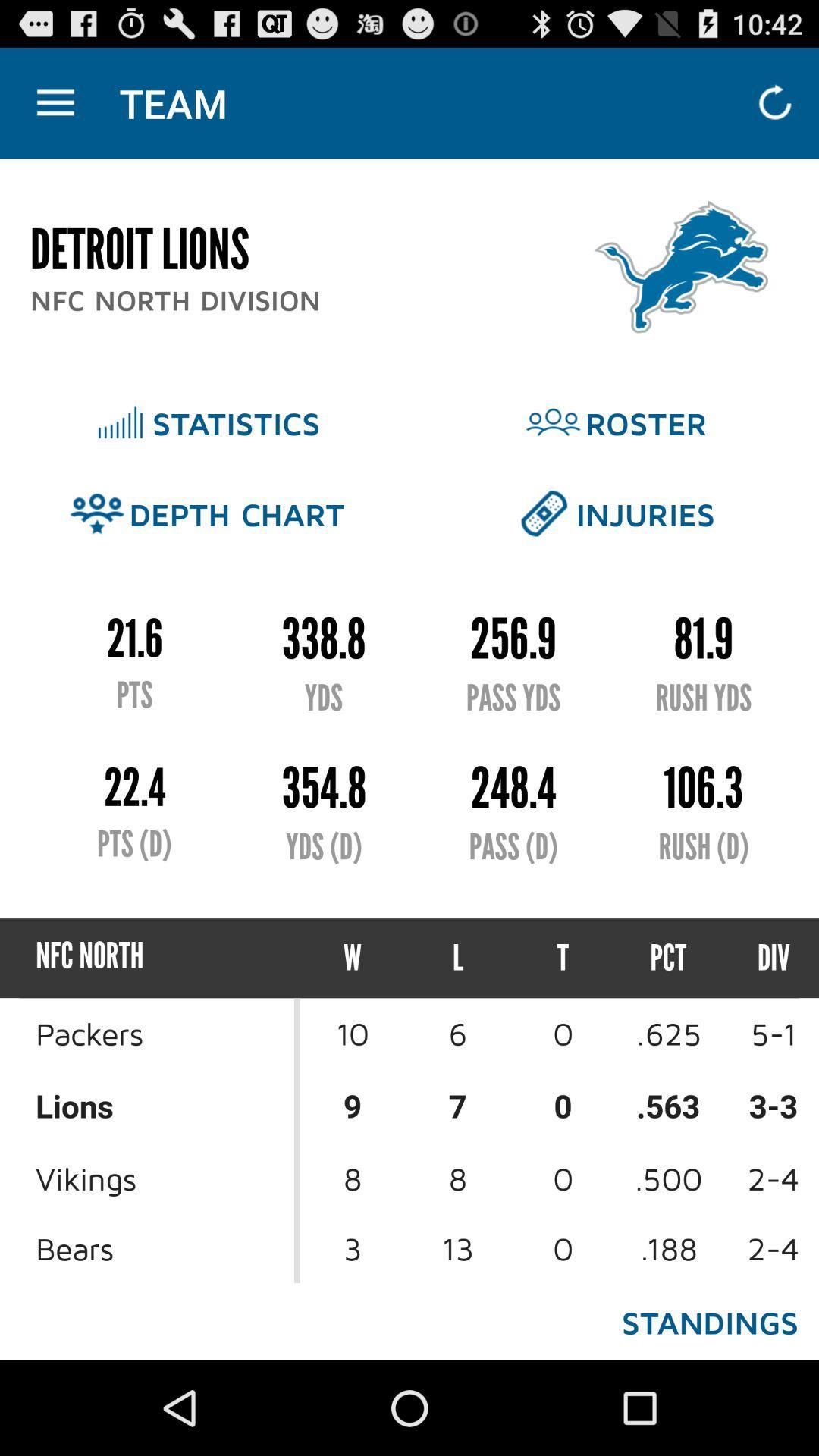  What do you see at coordinates (760, 957) in the screenshot?
I see `icon above .625` at bounding box center [760, 957].